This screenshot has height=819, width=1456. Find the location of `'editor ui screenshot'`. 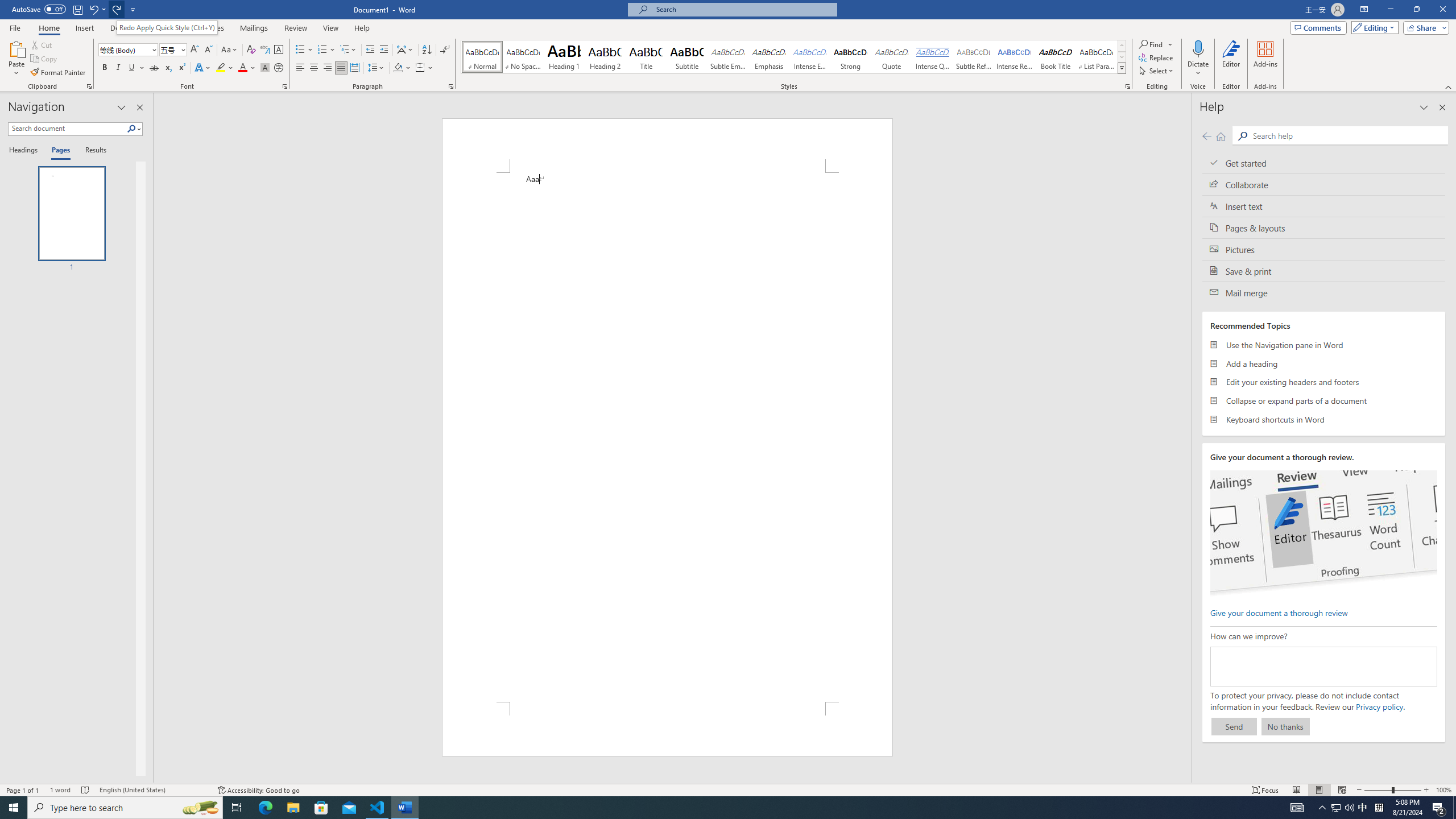

'editor ui screenshot' is located at coordinates (1323, 533).